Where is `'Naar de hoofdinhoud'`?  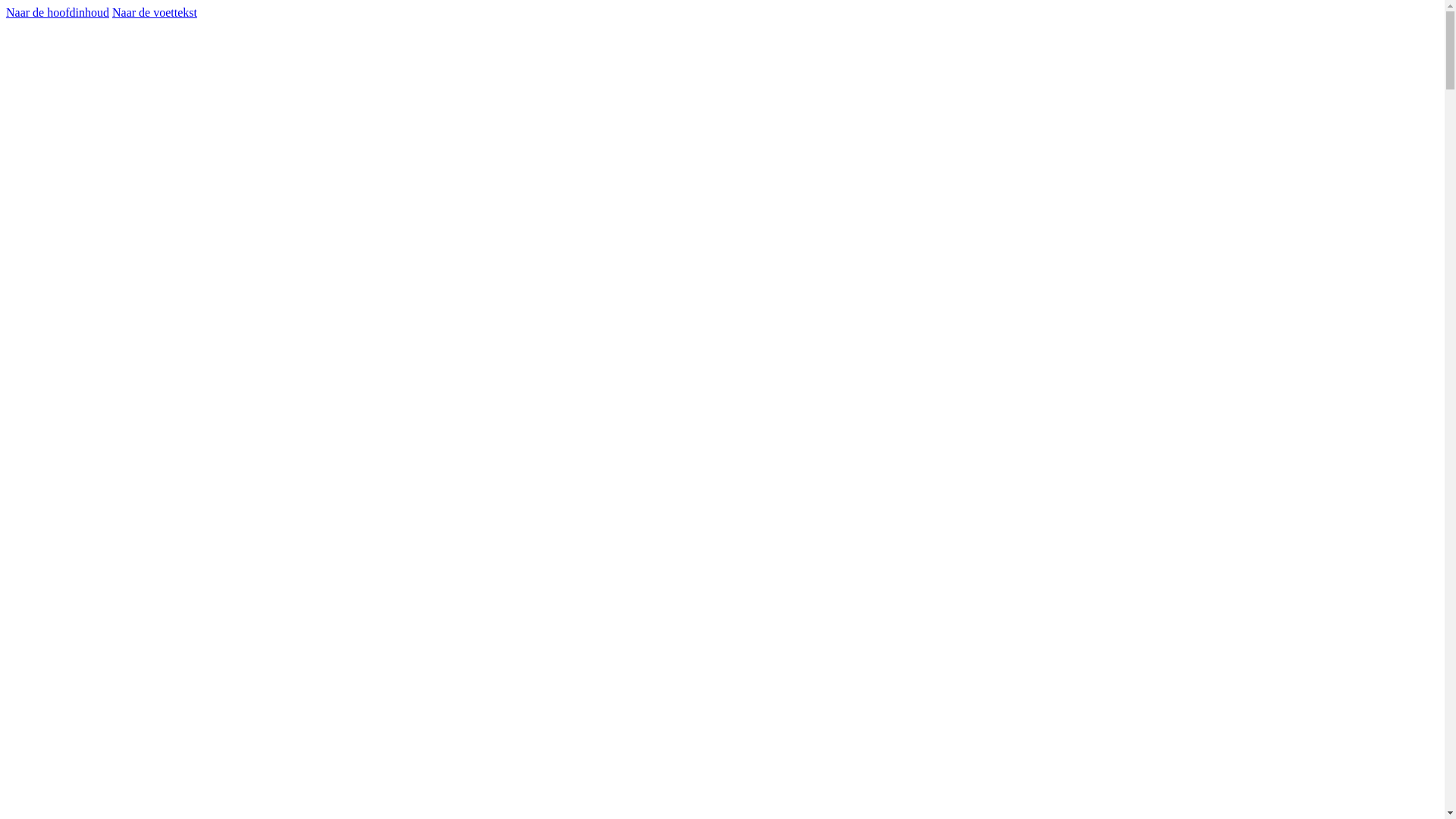 'Naar de hoofdinhoud' is located at coordinates (6, 12).